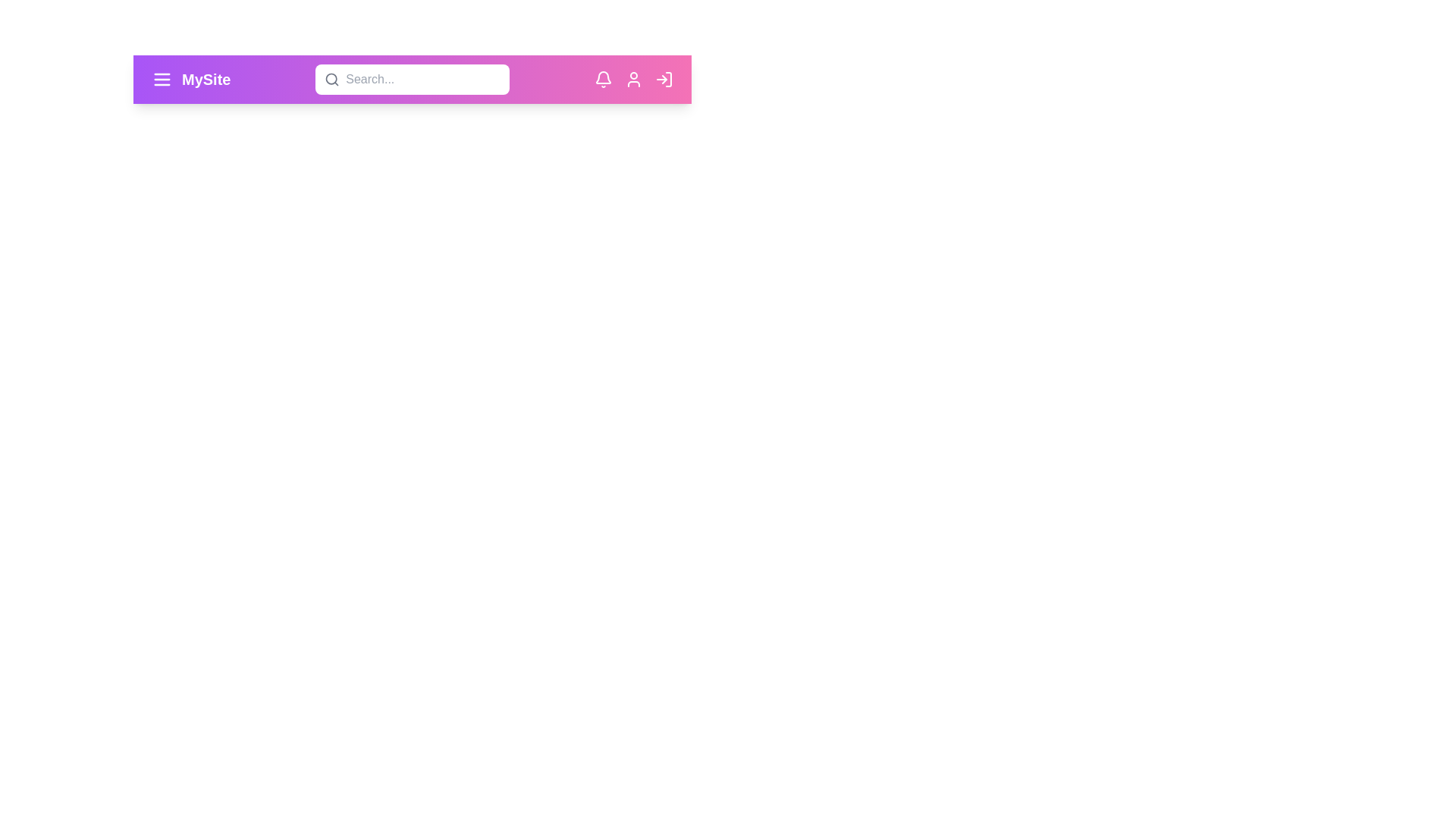 This screenshot has width=1456, height=819. What do you see at coordinates (206, 79) in the screenshot?
I see `the site name 'MySite' in the navigation bar` at bounding box center [206, 79].